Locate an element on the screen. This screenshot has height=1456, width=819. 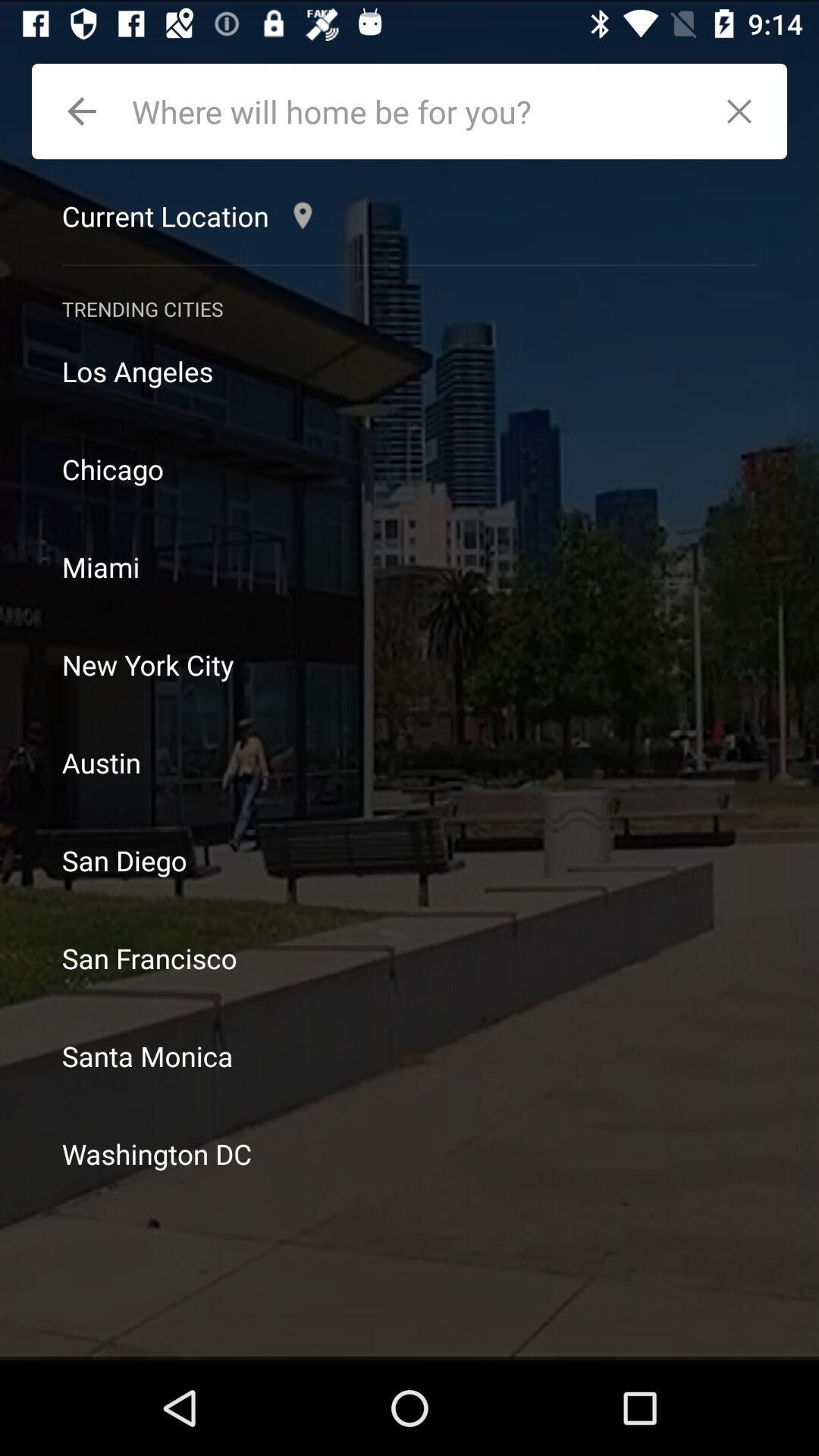
item below the santa monica item is located at coordinates (409, 1153).